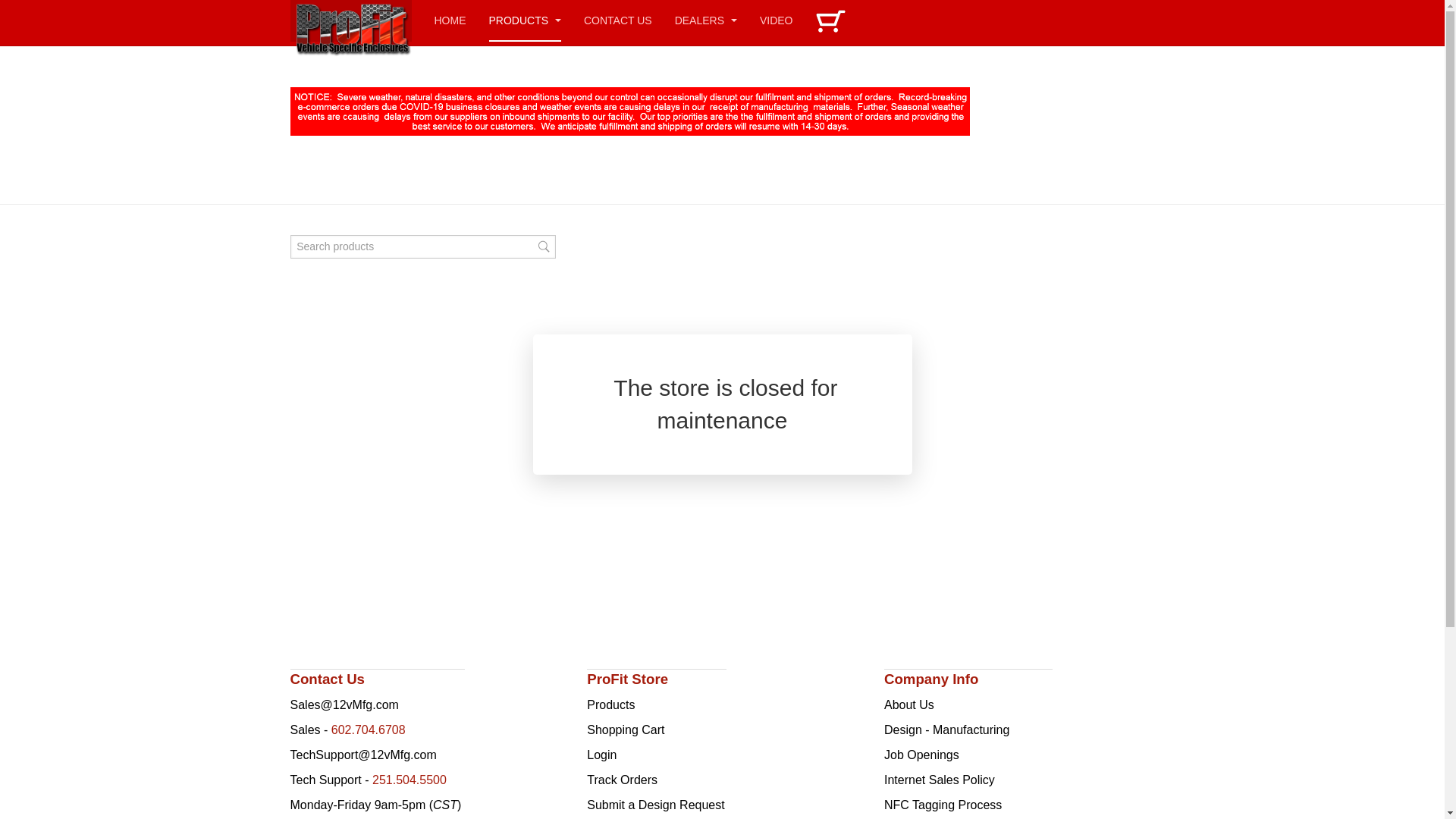 This screenshot has width=1456, height=819. I want to click on '251.504.5500', so click(372, 780).